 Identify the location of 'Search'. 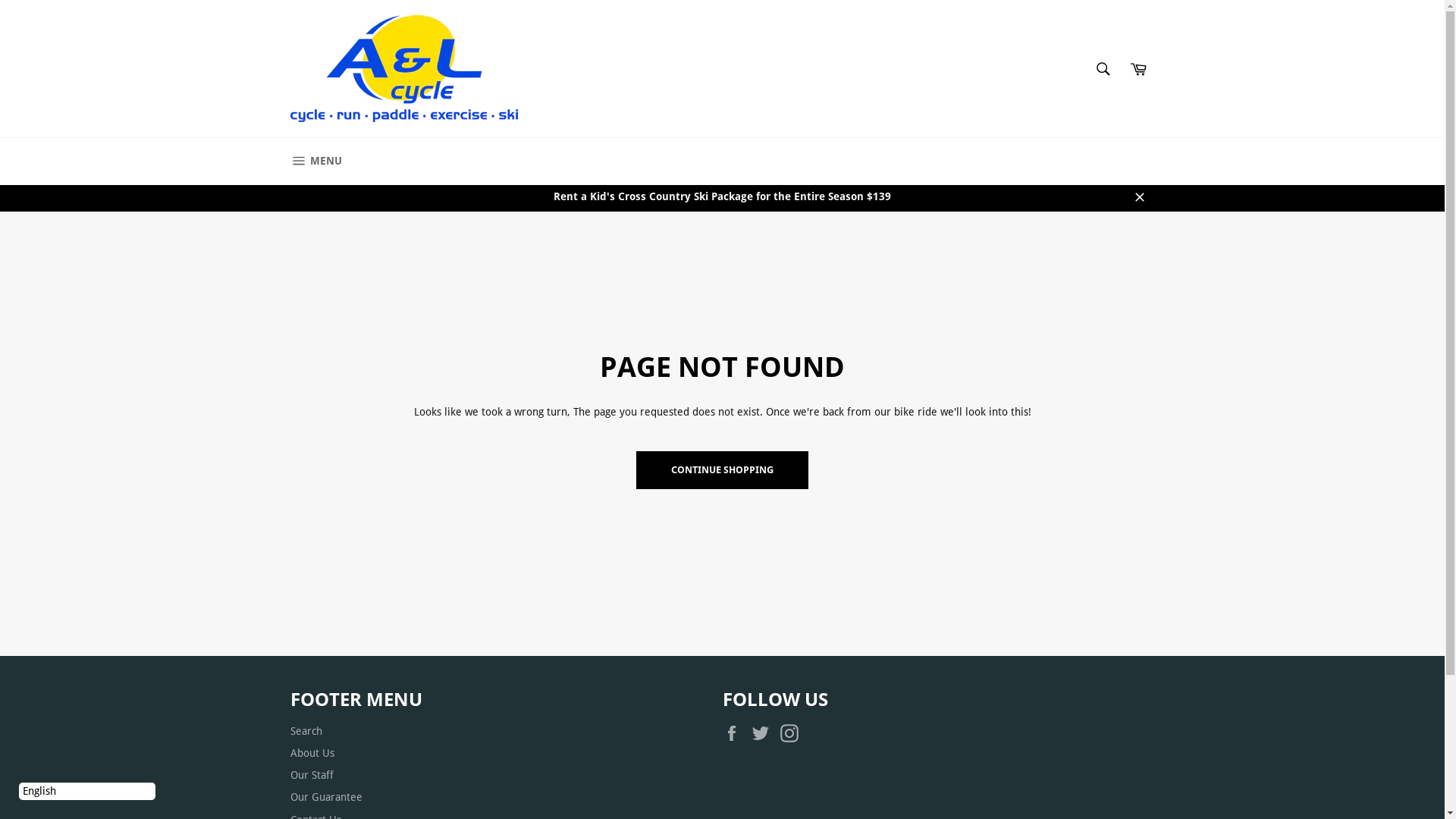
(305, 730).